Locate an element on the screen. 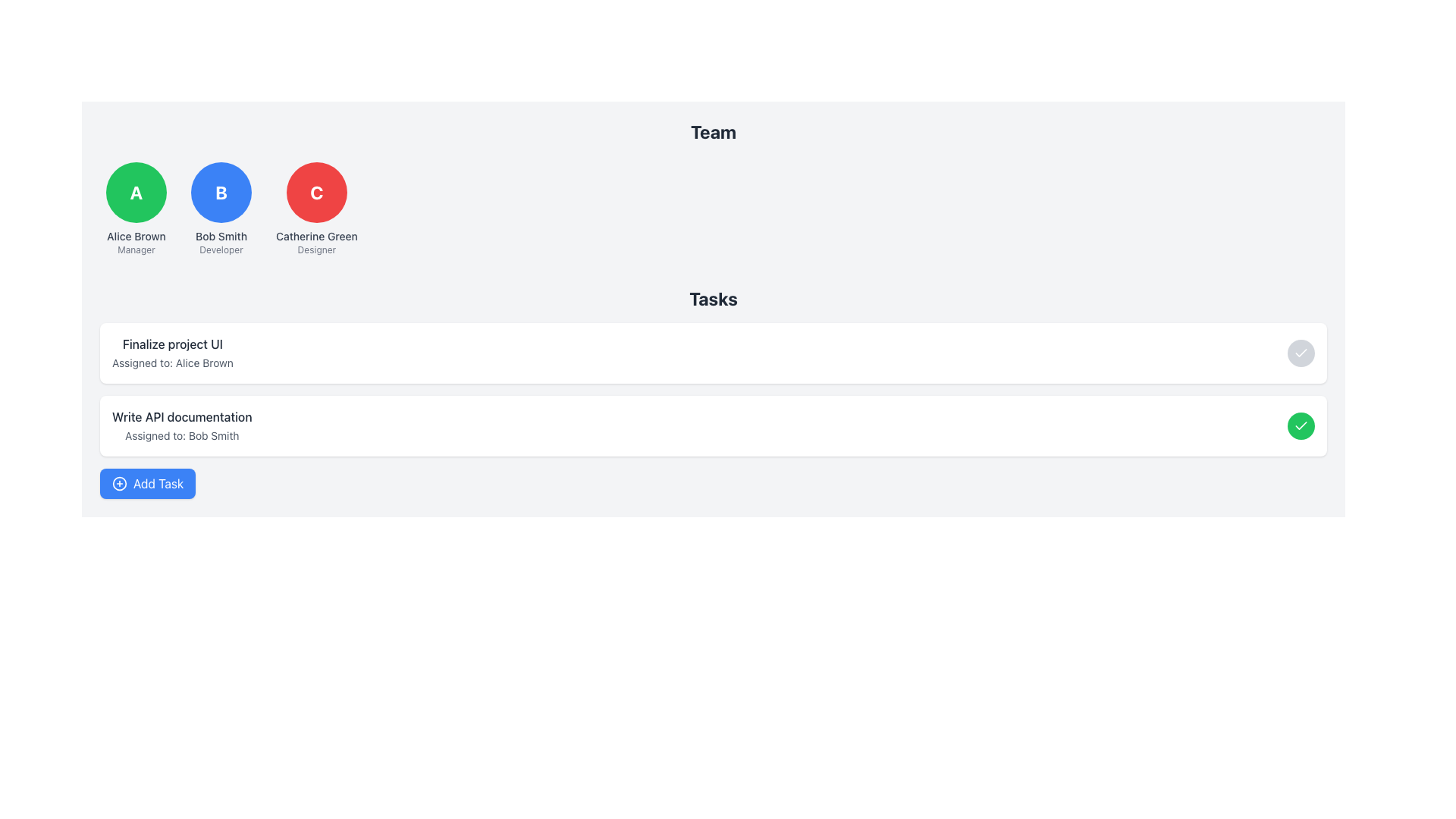 Image resolution: width=1456 pixels, height=819 pixels. text of the second task label in the 'Tasks' section, which is located above 'Assigned to: Bob Smith' is located at coordinates (182, 417).